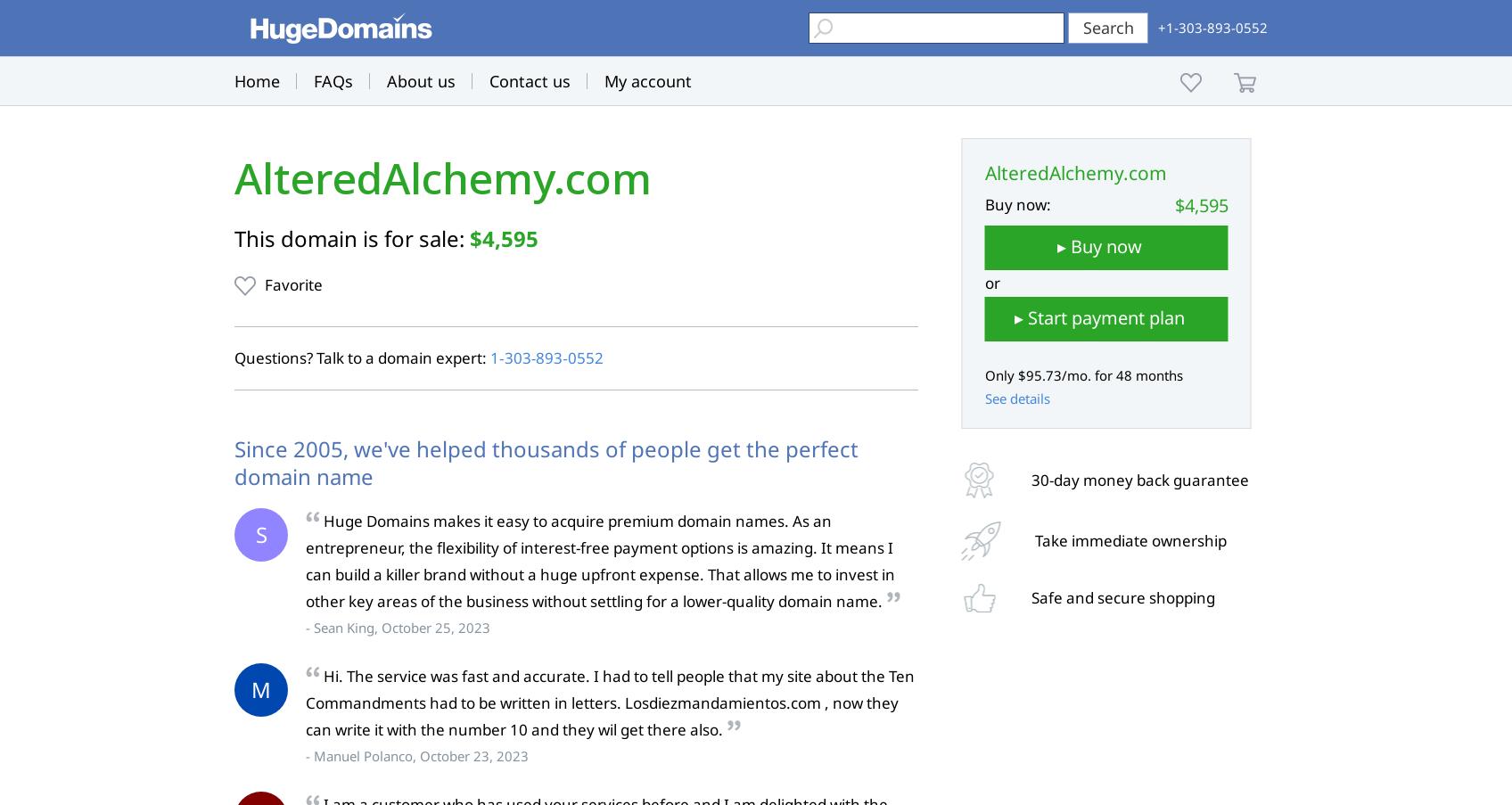 The height and width of the screenshot is (805, 1512). Describe the element at coordinates (530, 81) in the screenshot. I see `'Contact us'` at that location.